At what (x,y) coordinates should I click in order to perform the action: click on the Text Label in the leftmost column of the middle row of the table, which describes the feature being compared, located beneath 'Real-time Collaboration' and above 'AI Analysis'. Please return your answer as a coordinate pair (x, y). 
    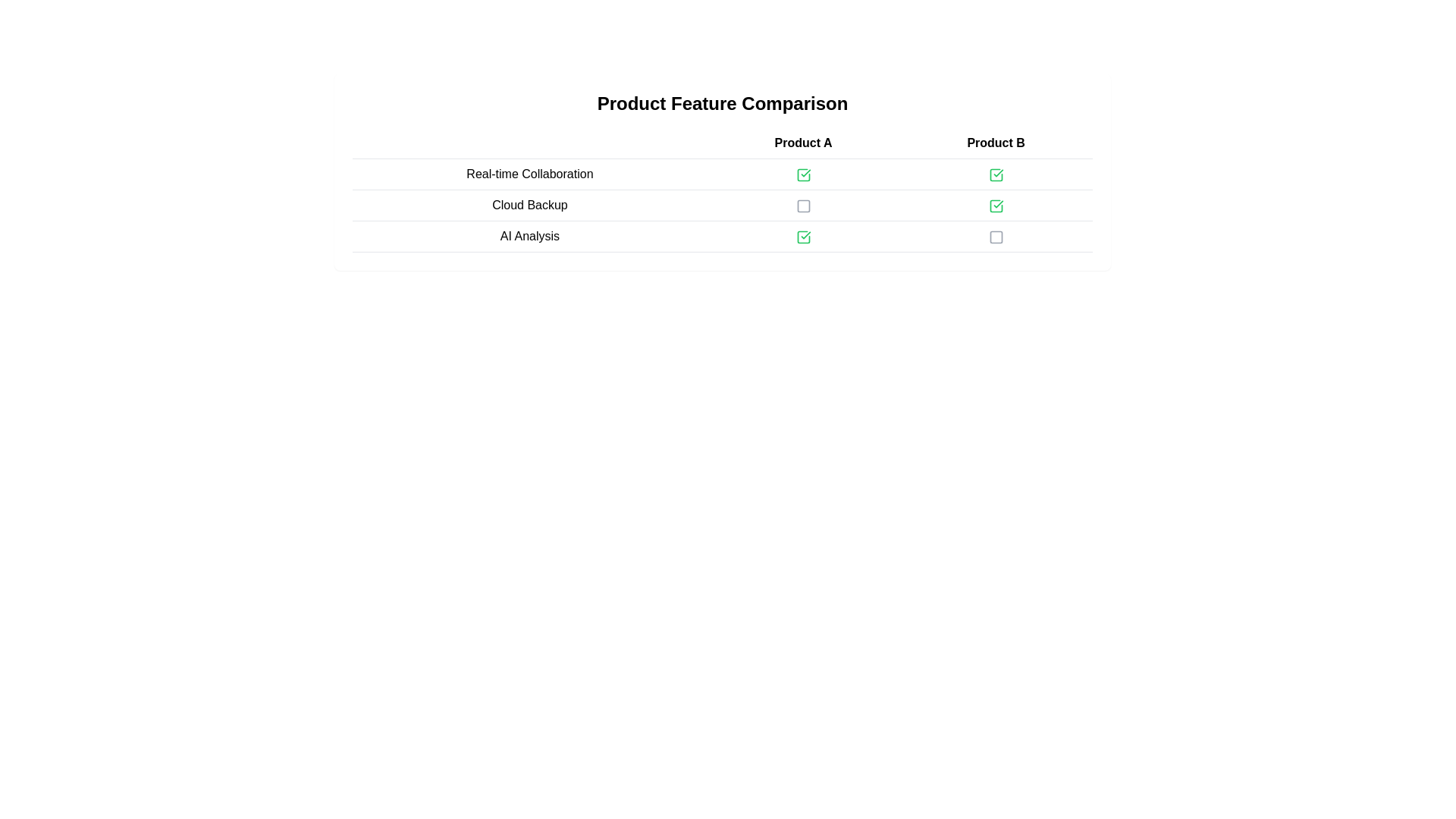
    Looking at the image, I should click on (529, 205).